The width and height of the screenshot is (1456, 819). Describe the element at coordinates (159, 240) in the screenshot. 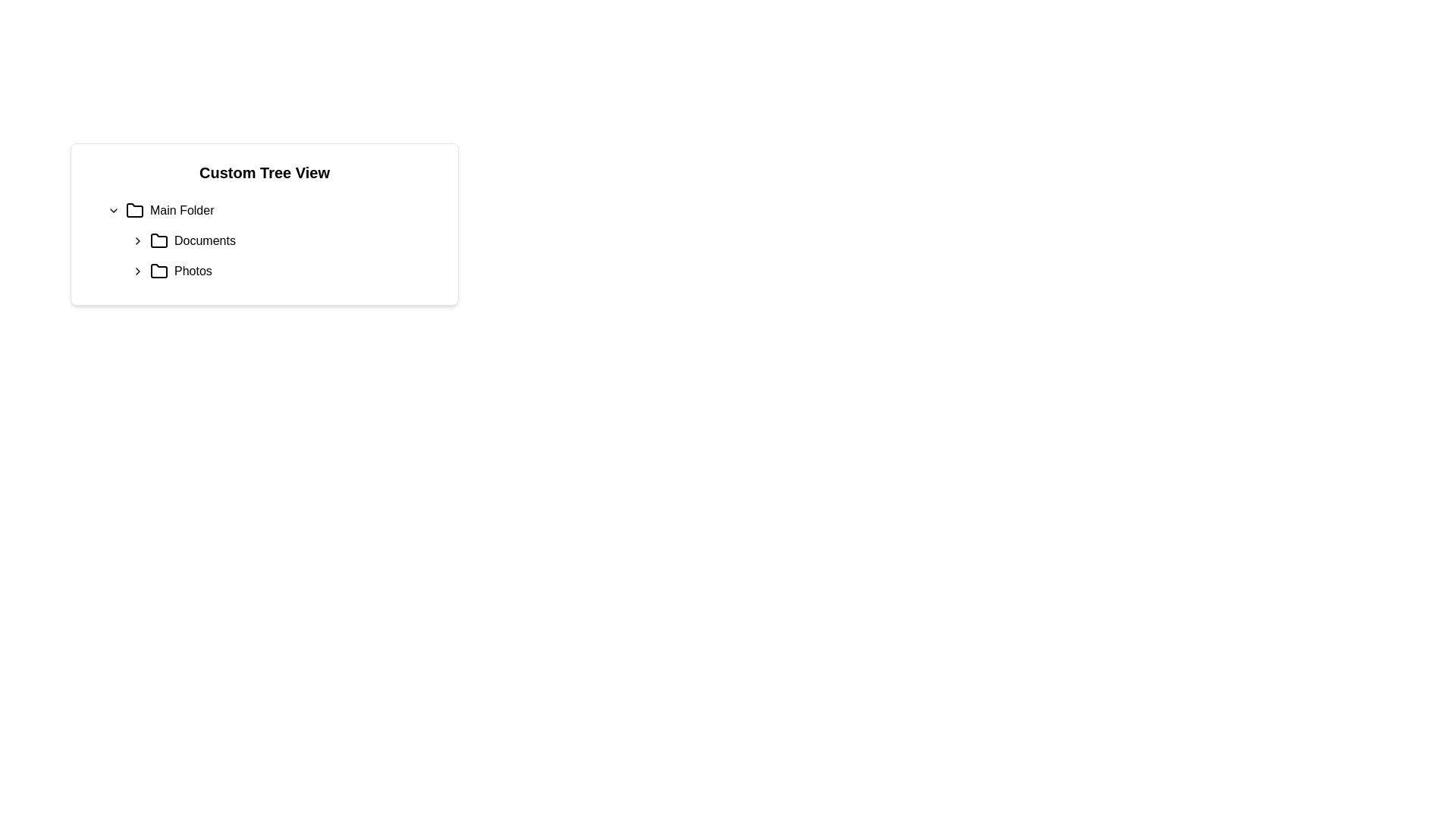

I see `the outlined folder icon located to the left of the 'Documents' text in the vertical list of file-related items` at that location.